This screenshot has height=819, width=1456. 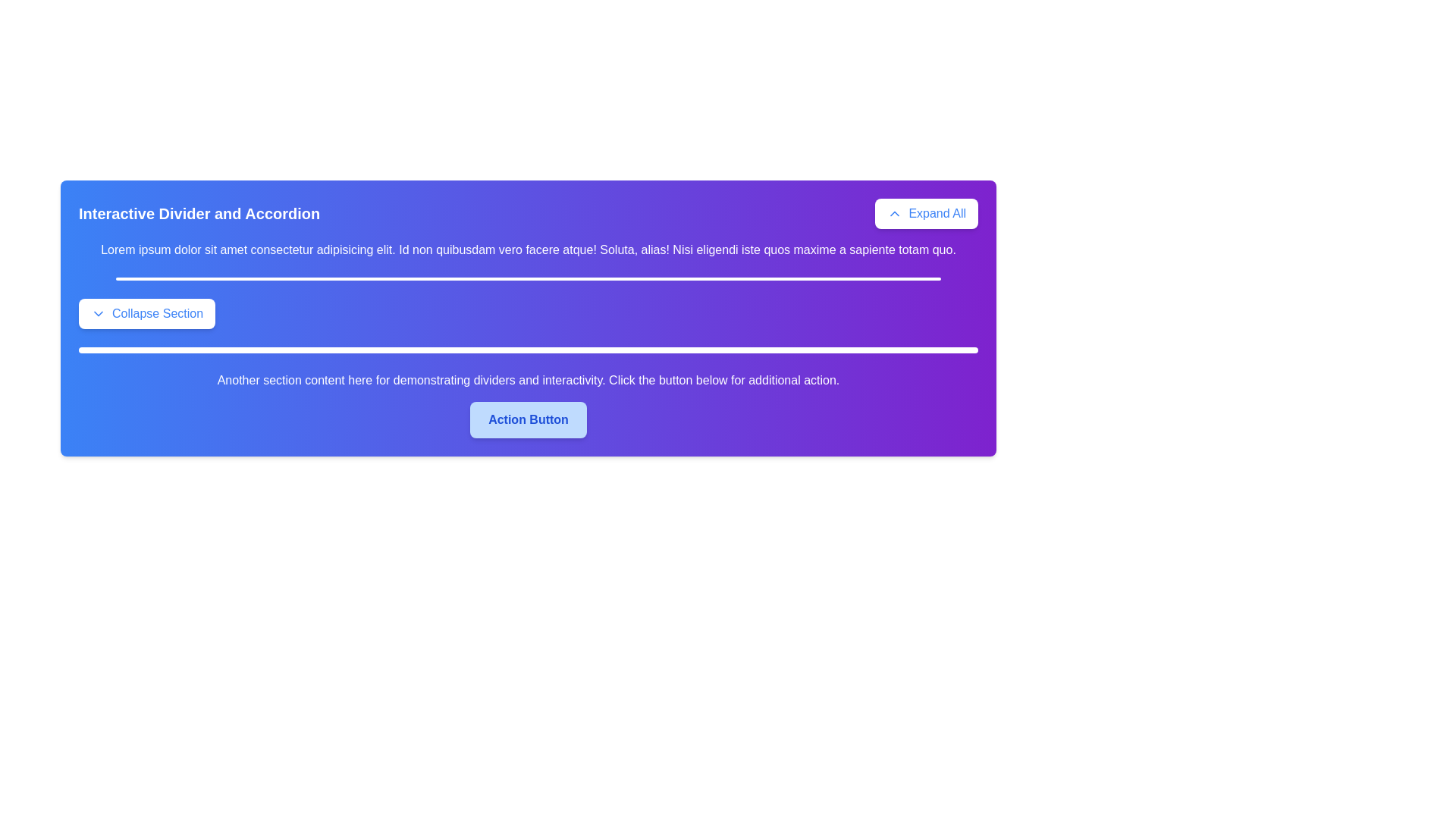 I want to click on the text in the text block containing 'Lorem ipsum dolor sit amet consectetur adipisicing elit...' for copying, so click(x=528, y=249).